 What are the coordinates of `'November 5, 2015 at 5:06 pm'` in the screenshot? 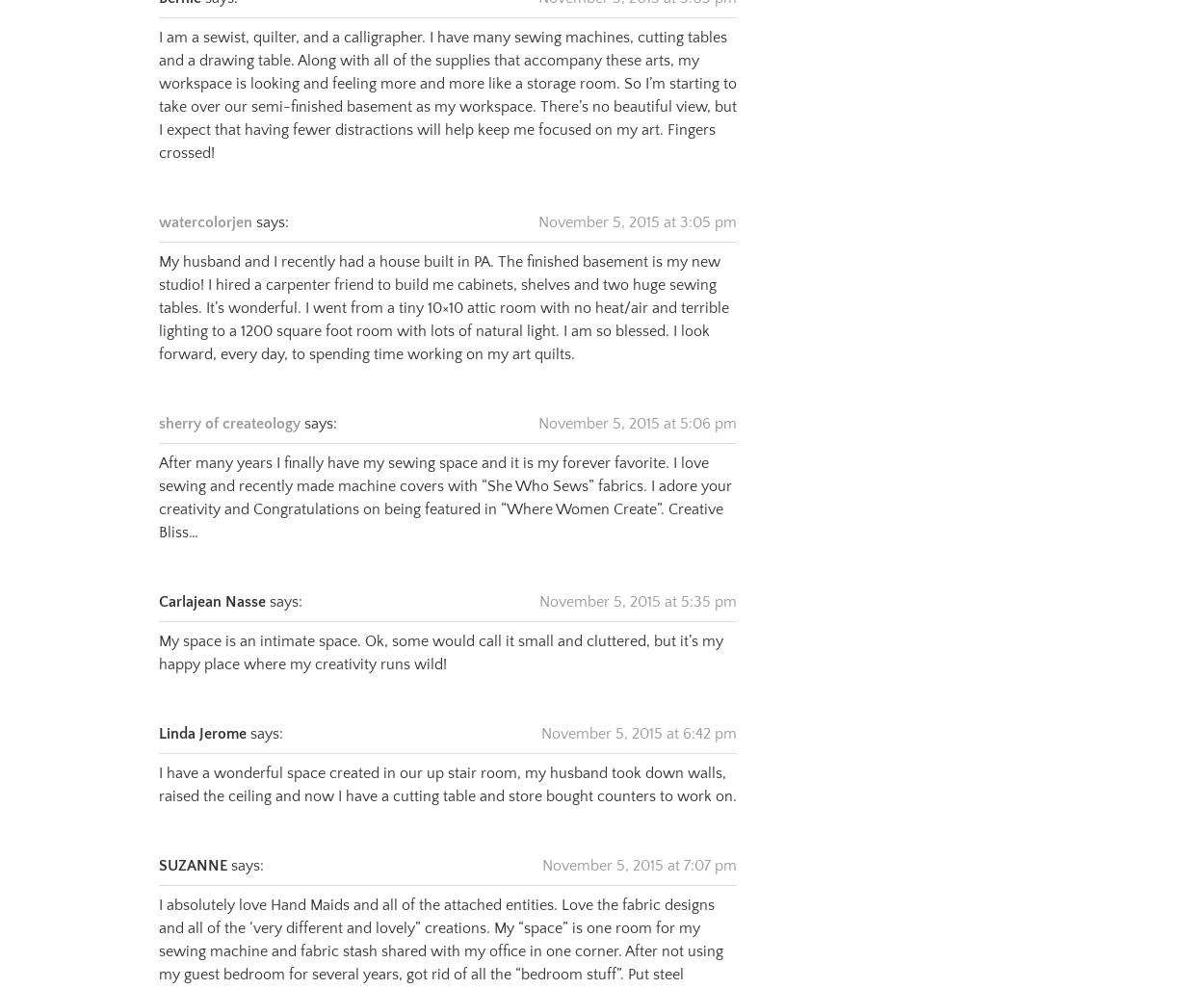 It's located at (538, 399).